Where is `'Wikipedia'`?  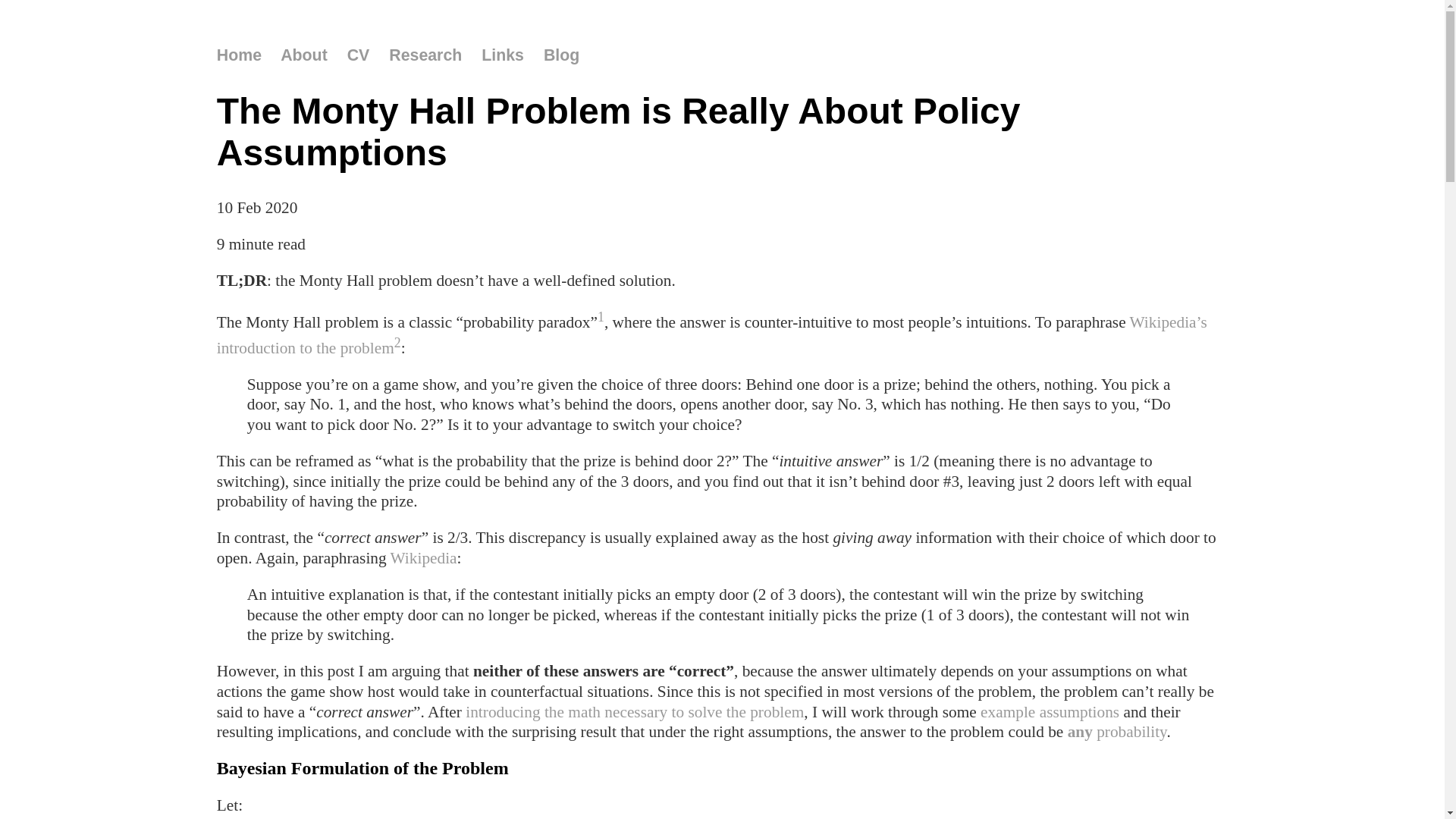
'Wikipedia' is located at coordinates (390, 558).